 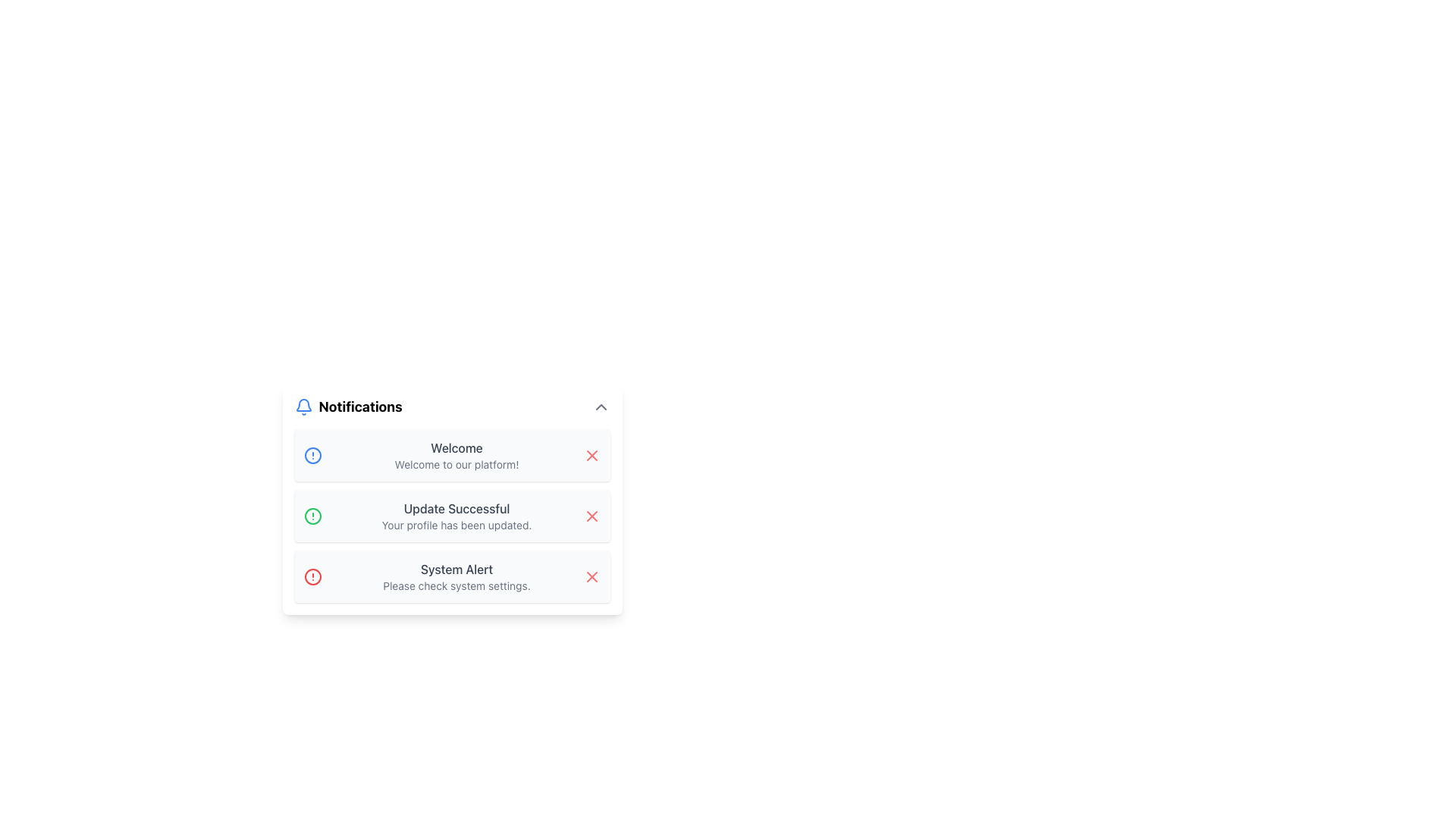 I want to click on the close button located in the 'Update Successful' notification item, so click(x=591, y=516).